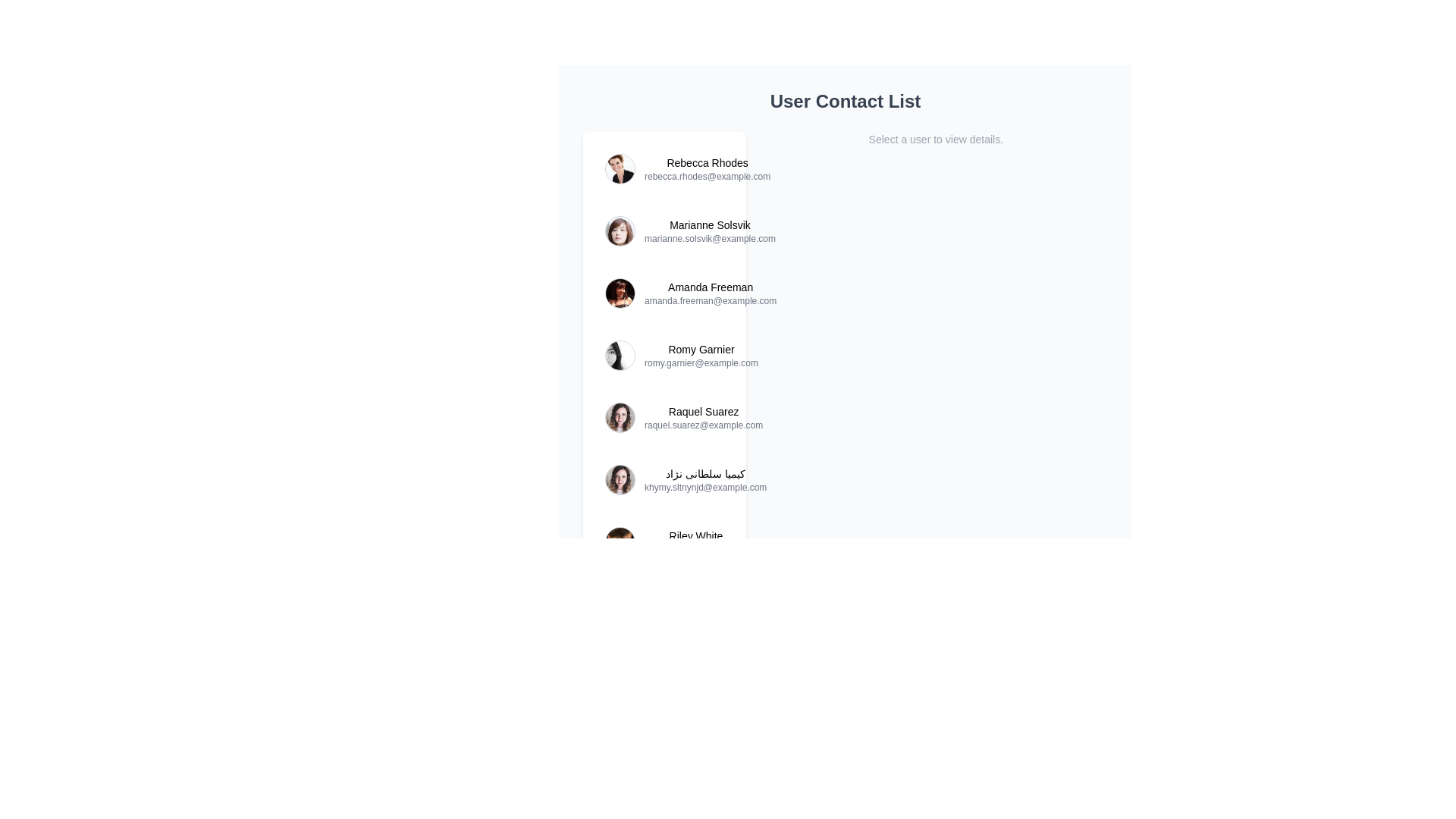 The image size is (1456, 819). Describe the element at coordinates (695, 541) in the screenshot. I see `the Contact list entry displaying the name 'Riley White' and email 'riley.white@example.com'` at that location.